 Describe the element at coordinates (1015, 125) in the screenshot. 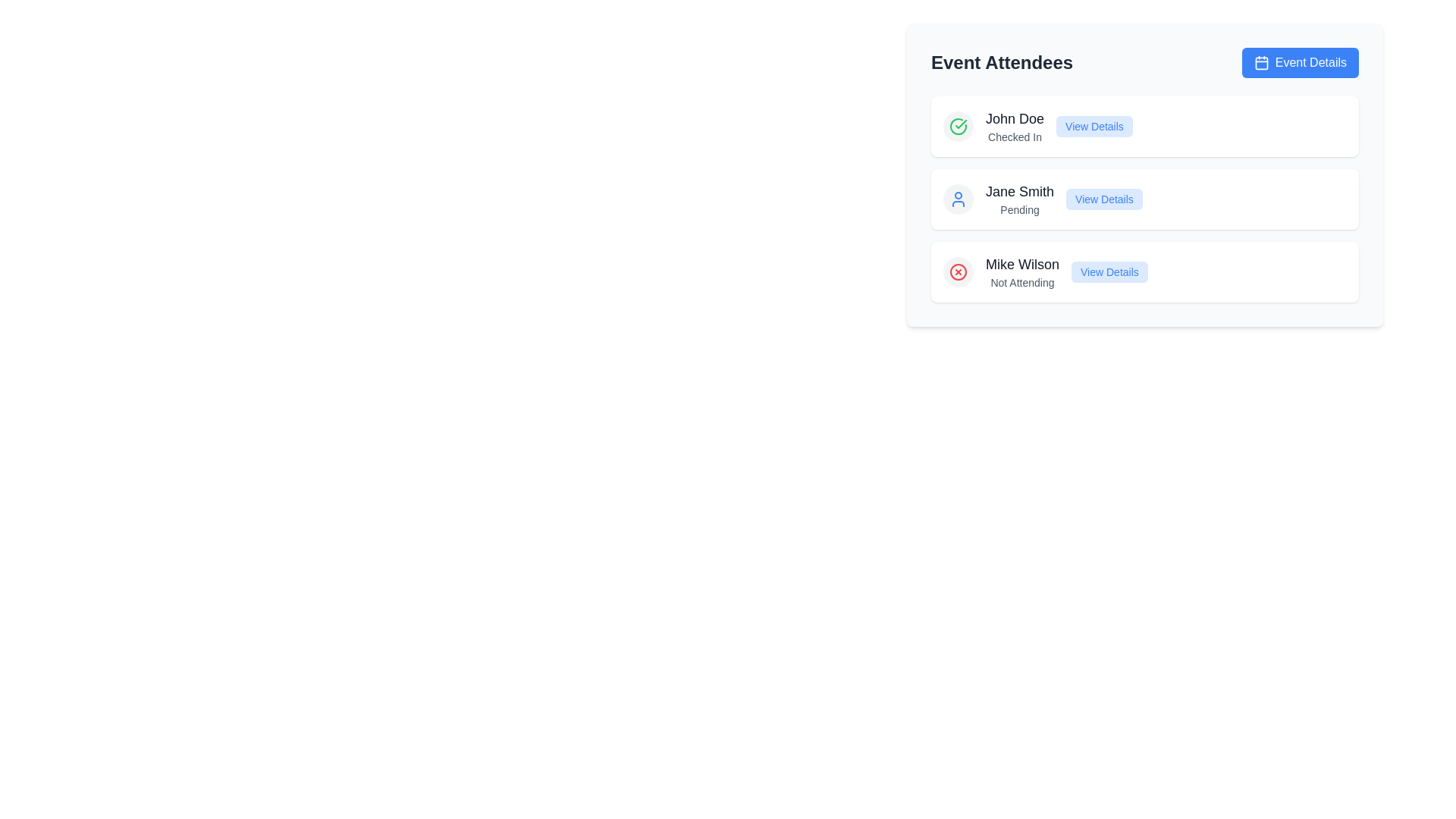

I see `text displayed in the text block containing 'John Doe' and 'Checked In', which is located on a white card under the 'Event Attendees' title, to the right of a green checkmark icon` at that location.